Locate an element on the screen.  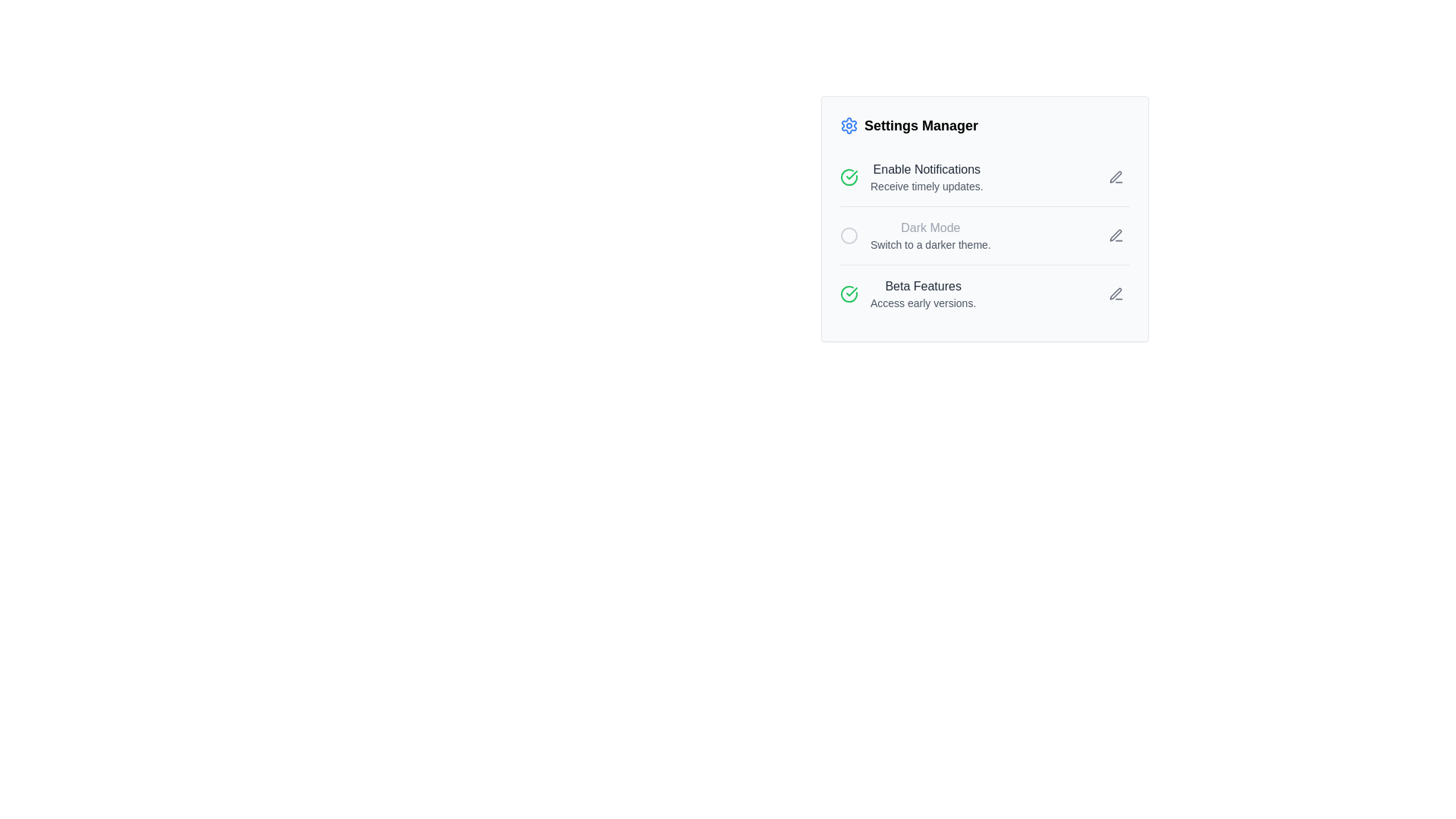
the pen-shaped icon used for editing, located to the far-right of the 'Enable Notifications' item in the 'Settings Manager' section is located at coordinates (1116, 176).